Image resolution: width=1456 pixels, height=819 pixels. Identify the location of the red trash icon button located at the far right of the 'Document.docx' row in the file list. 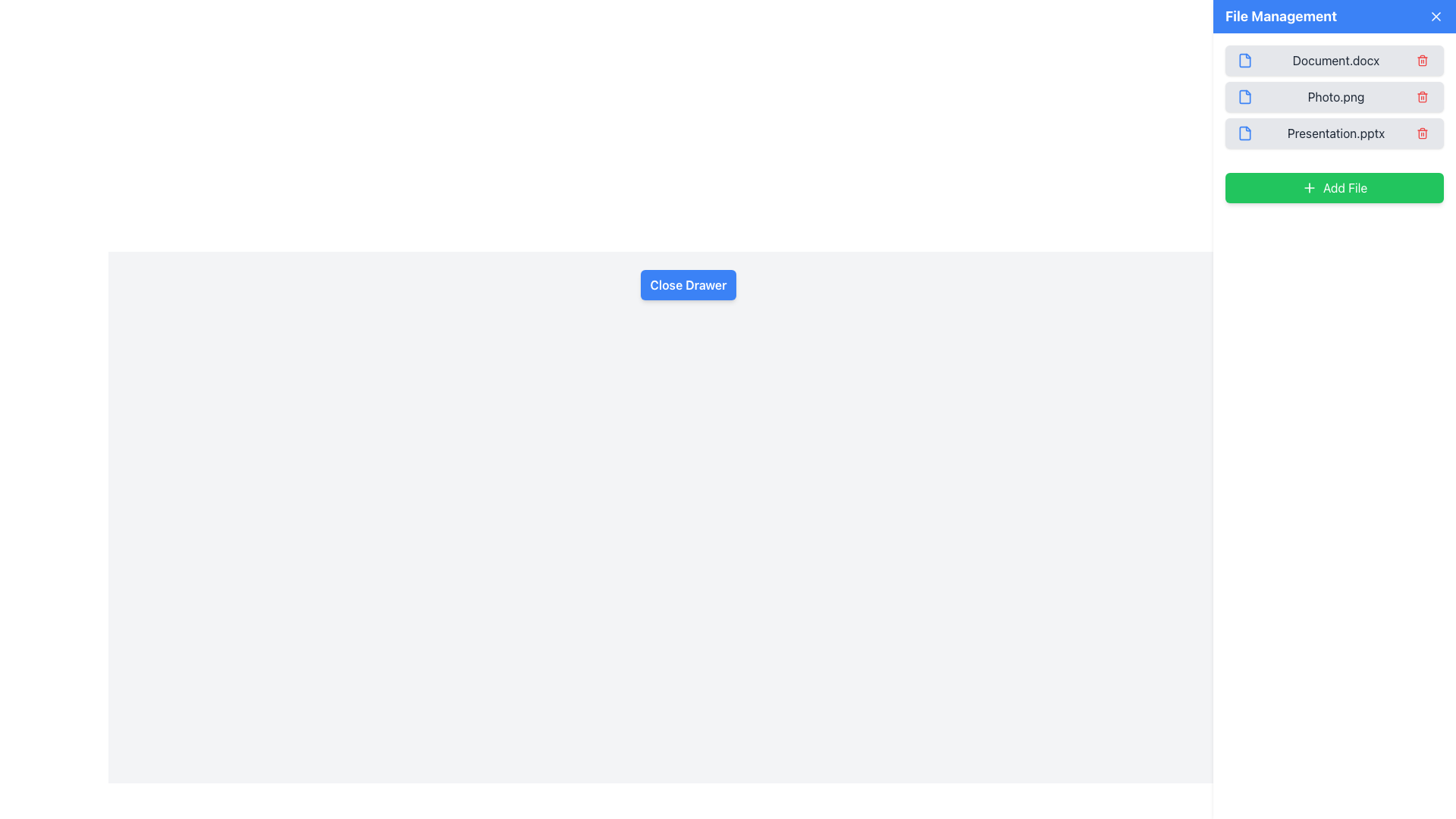
(1422, 60).